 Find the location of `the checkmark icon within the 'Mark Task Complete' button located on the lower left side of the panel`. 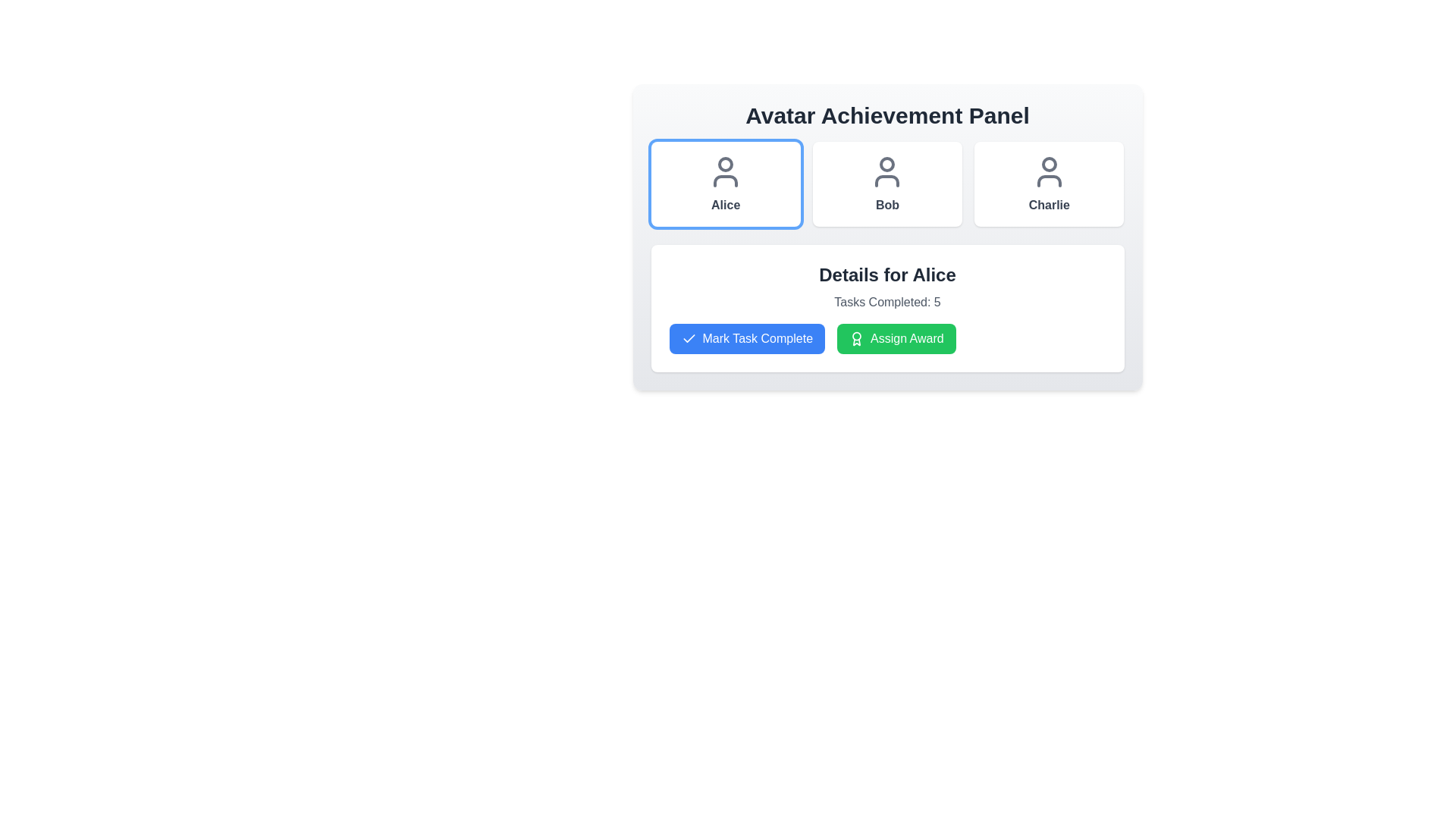

the checkmark icon within the 'Mark Task Complete' button located on the lower left side of the panel is located at coordinates (688, 337).